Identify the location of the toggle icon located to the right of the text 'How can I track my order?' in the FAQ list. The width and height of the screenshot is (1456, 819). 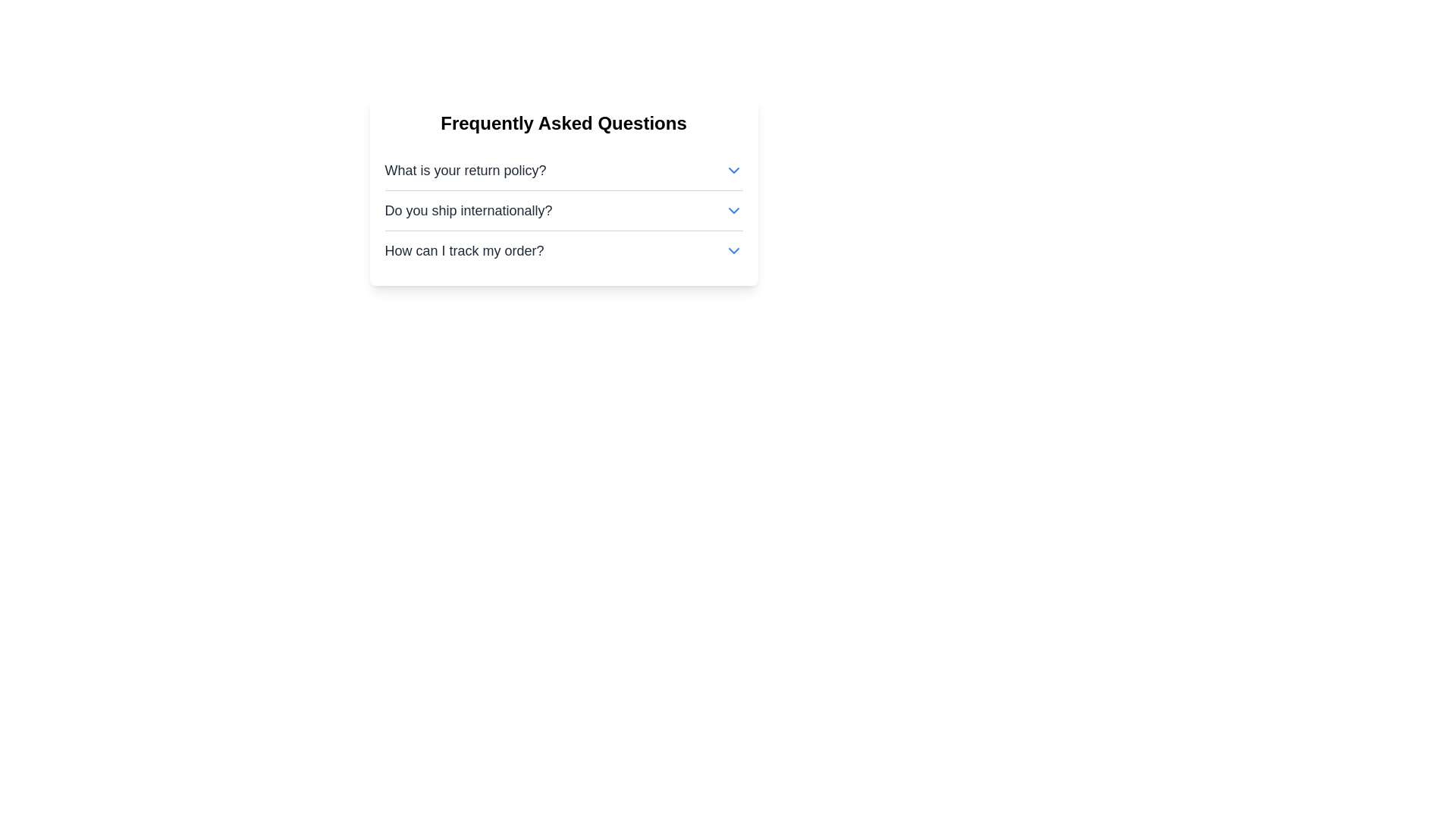
(733, 250).